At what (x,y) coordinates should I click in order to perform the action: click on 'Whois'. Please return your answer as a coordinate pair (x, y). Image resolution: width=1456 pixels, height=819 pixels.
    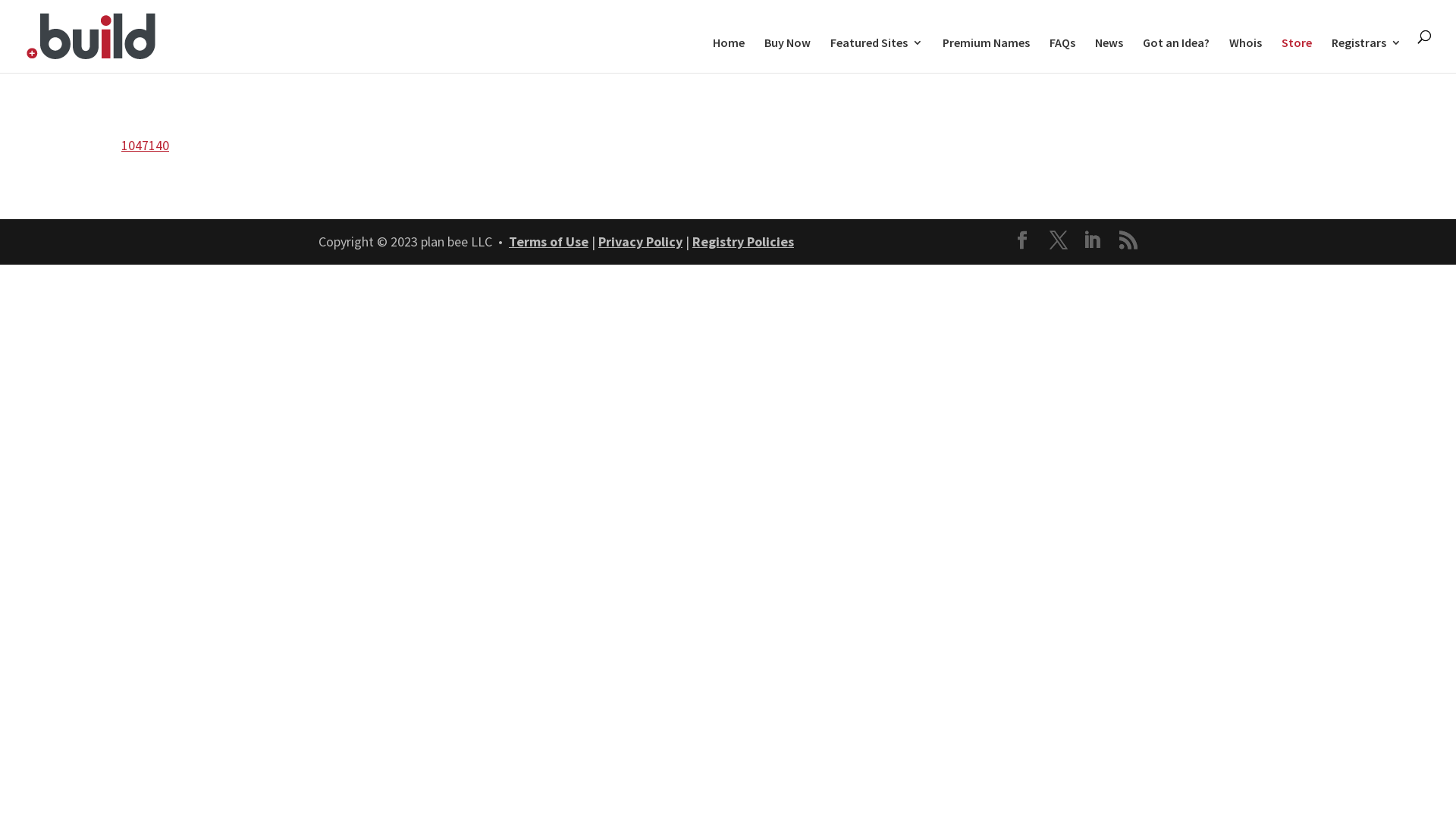
    Looking at the image, I should click on (1245, 54).